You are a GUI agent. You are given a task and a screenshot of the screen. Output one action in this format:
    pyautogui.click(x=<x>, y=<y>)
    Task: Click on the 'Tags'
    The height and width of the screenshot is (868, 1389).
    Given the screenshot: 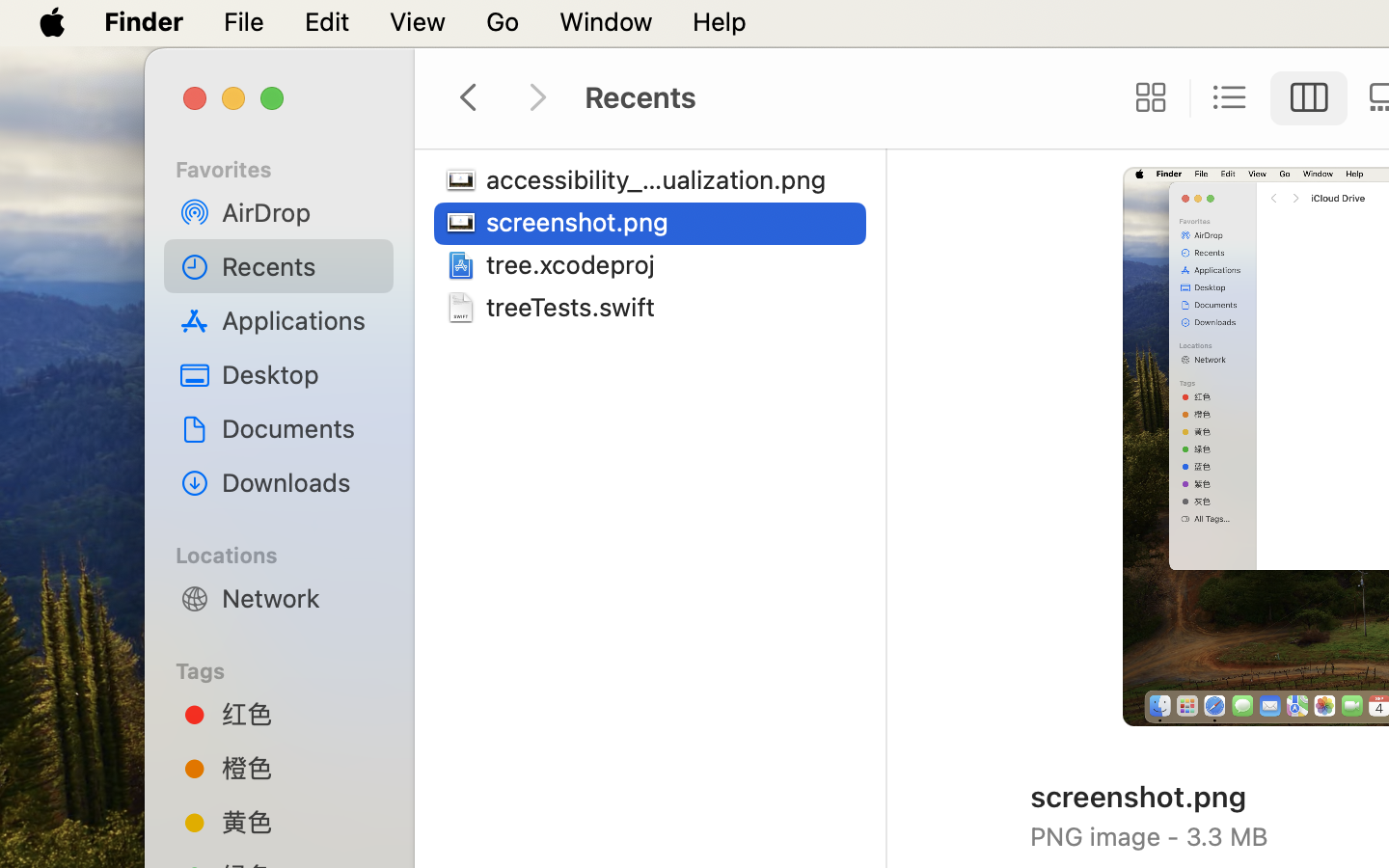 What is the action you would take?
    pyautogui.click(x=288, y=667)
    